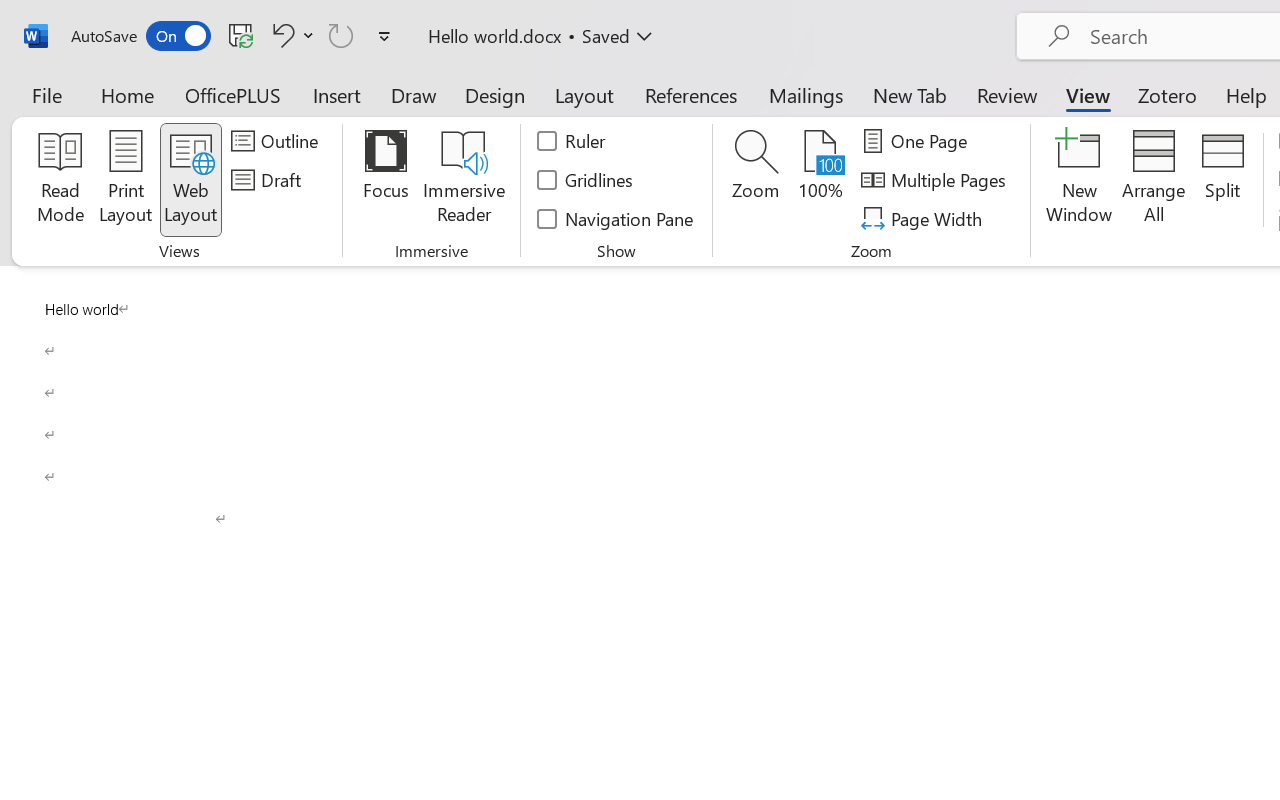  What do you see at coordinates (495, 94) in the screenshot?
I see `'Design'` at bounding box center [495, 94].